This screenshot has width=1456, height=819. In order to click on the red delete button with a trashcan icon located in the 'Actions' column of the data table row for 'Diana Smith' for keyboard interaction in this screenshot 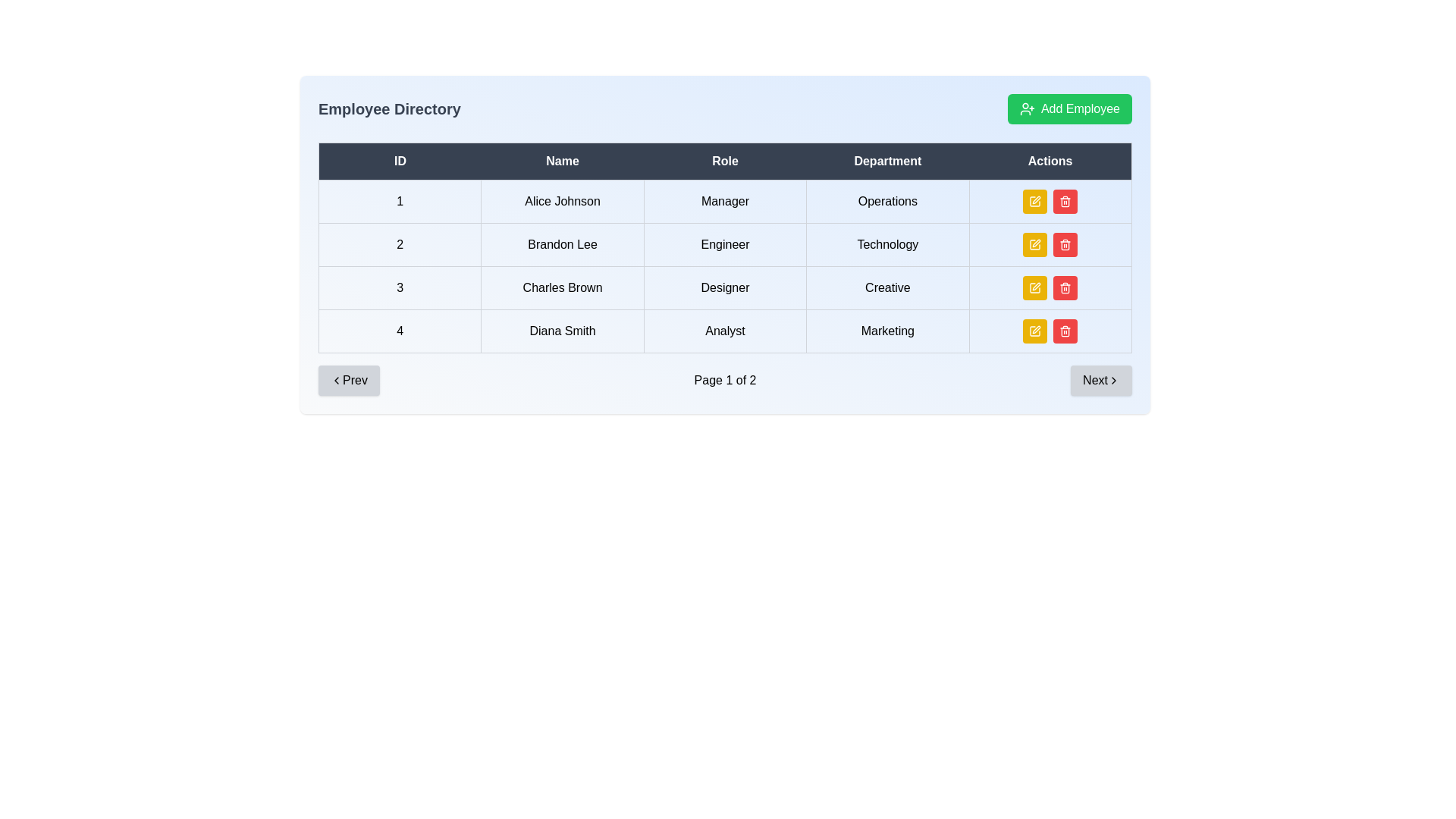, I will do `click(1065, 330)`.